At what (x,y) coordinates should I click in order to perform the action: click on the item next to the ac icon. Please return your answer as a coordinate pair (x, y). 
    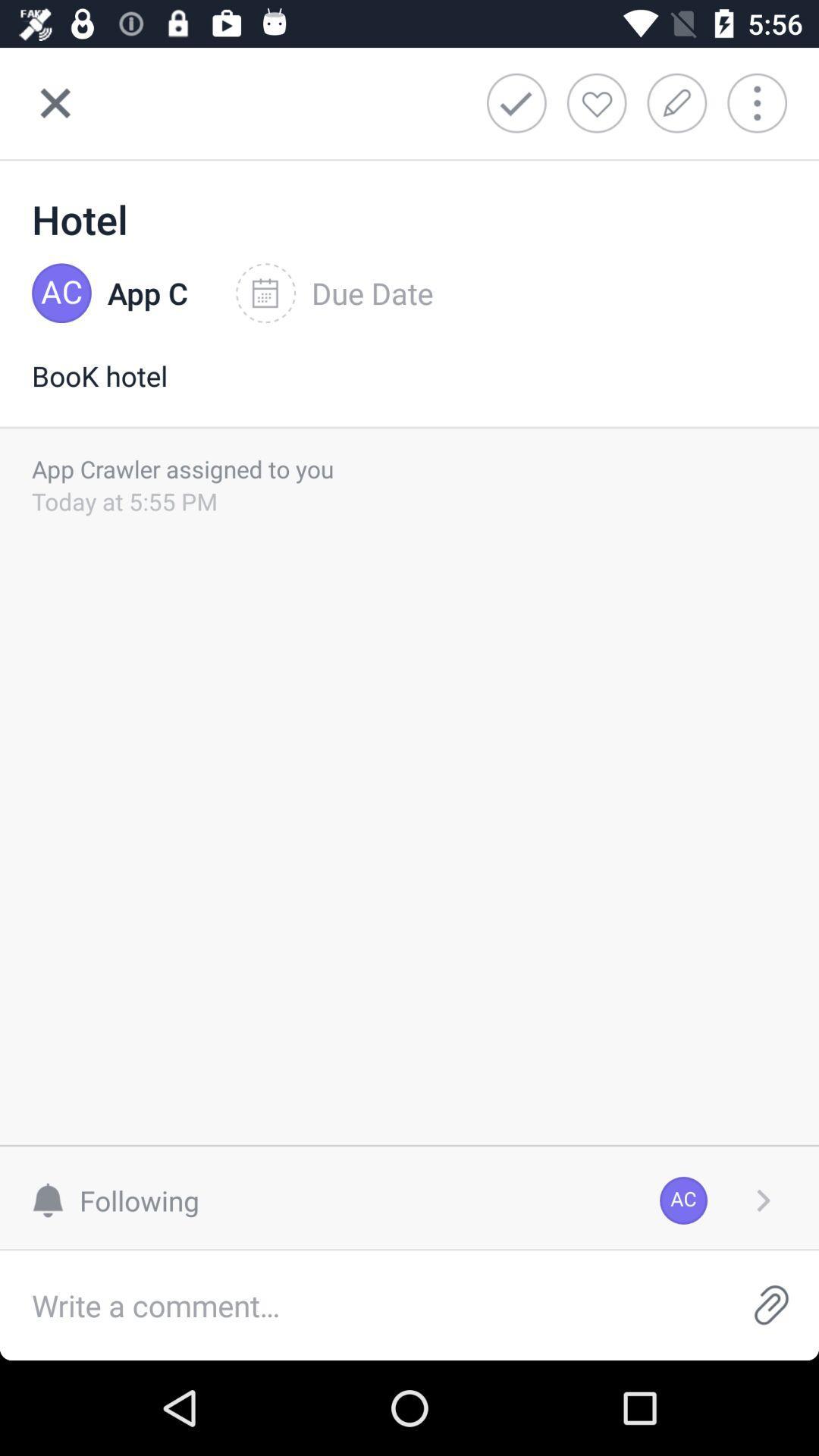
    Looking at the image, I should click on (122, 1200).